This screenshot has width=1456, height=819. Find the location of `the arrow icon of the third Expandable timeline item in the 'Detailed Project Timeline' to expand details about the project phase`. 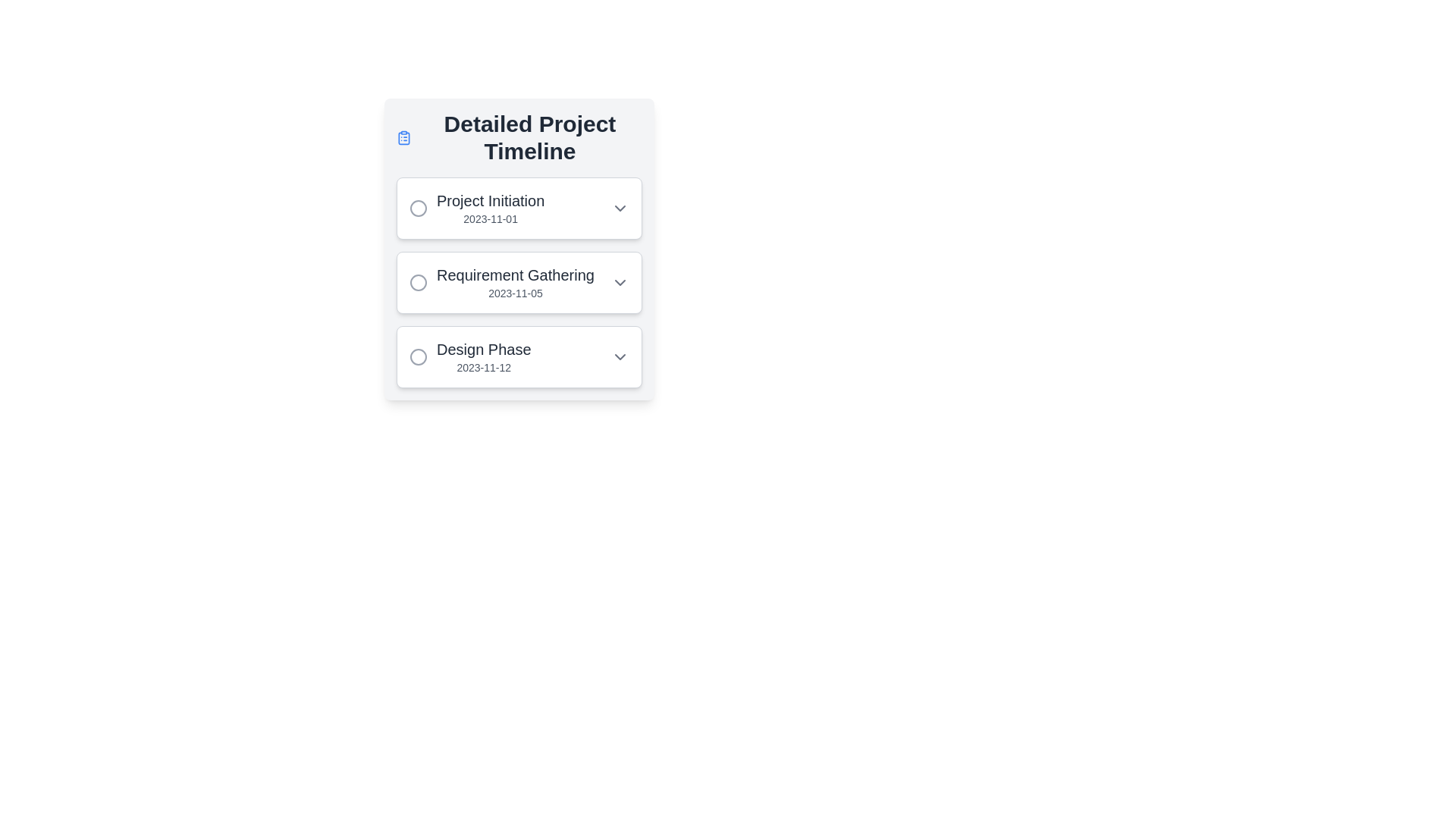

the arrow icon of the third Expandable timeline item in the 'Detailed Project Timeline' to expand details about the project phase is located at coordinates (519, 356).